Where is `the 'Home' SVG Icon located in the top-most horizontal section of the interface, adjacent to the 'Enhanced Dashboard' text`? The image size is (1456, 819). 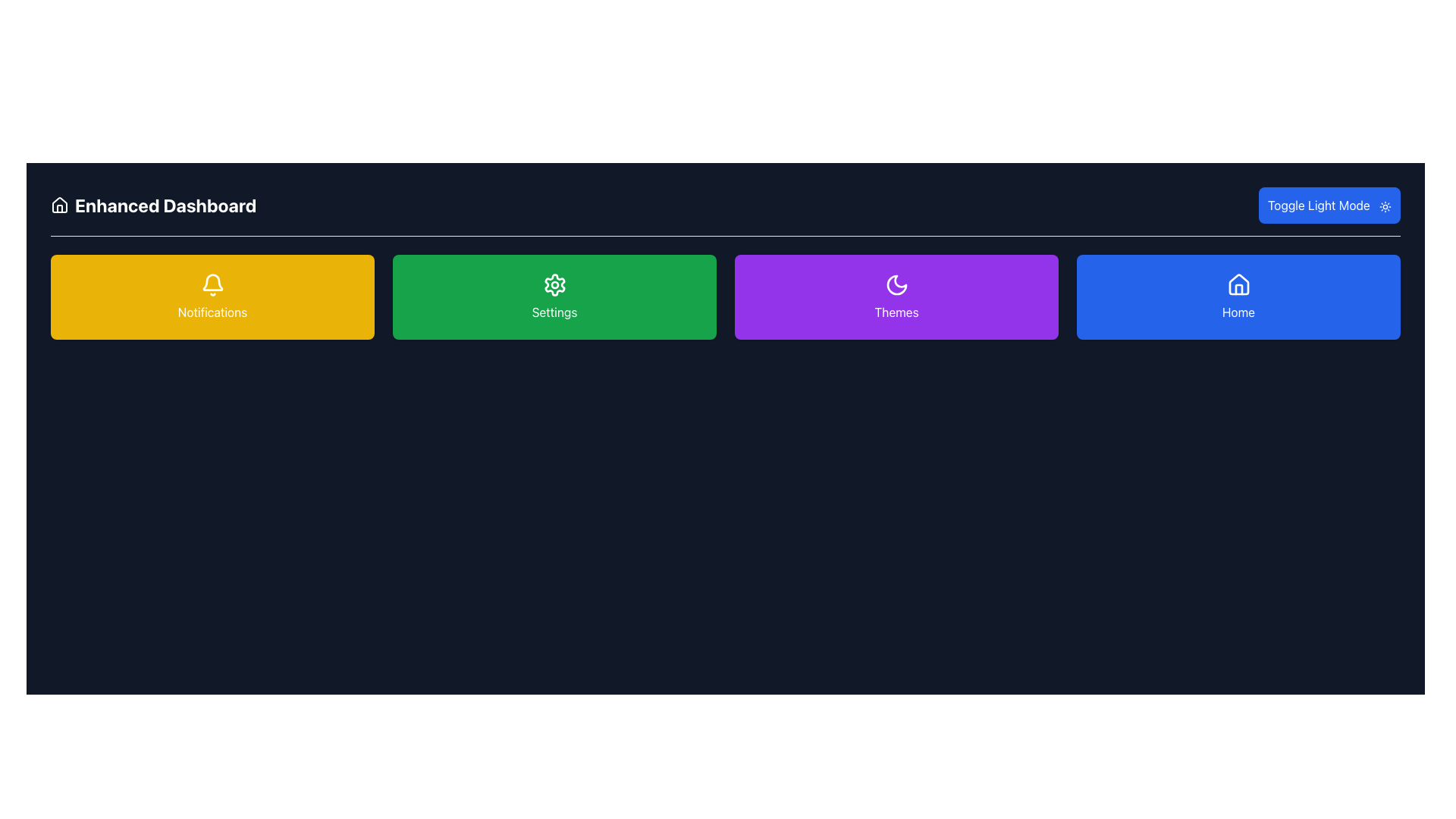
the 'Home' SVG Icon located in the top-most horizontal section of the interface, adjacent to the 'Enhanced Dashboard' text is located at coordinates (59, 205).